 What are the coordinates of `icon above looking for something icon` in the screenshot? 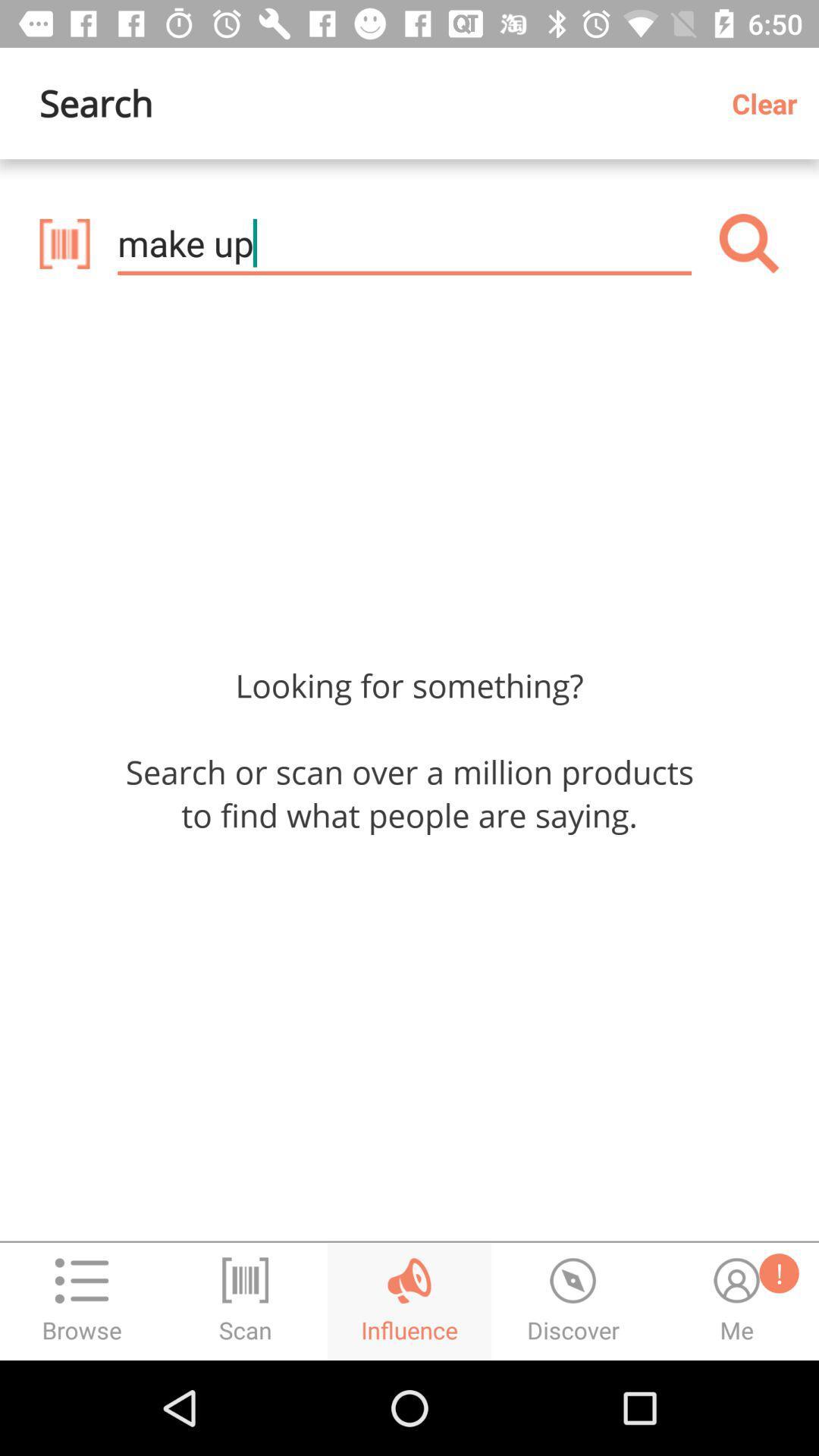 It's located at (64, 243).